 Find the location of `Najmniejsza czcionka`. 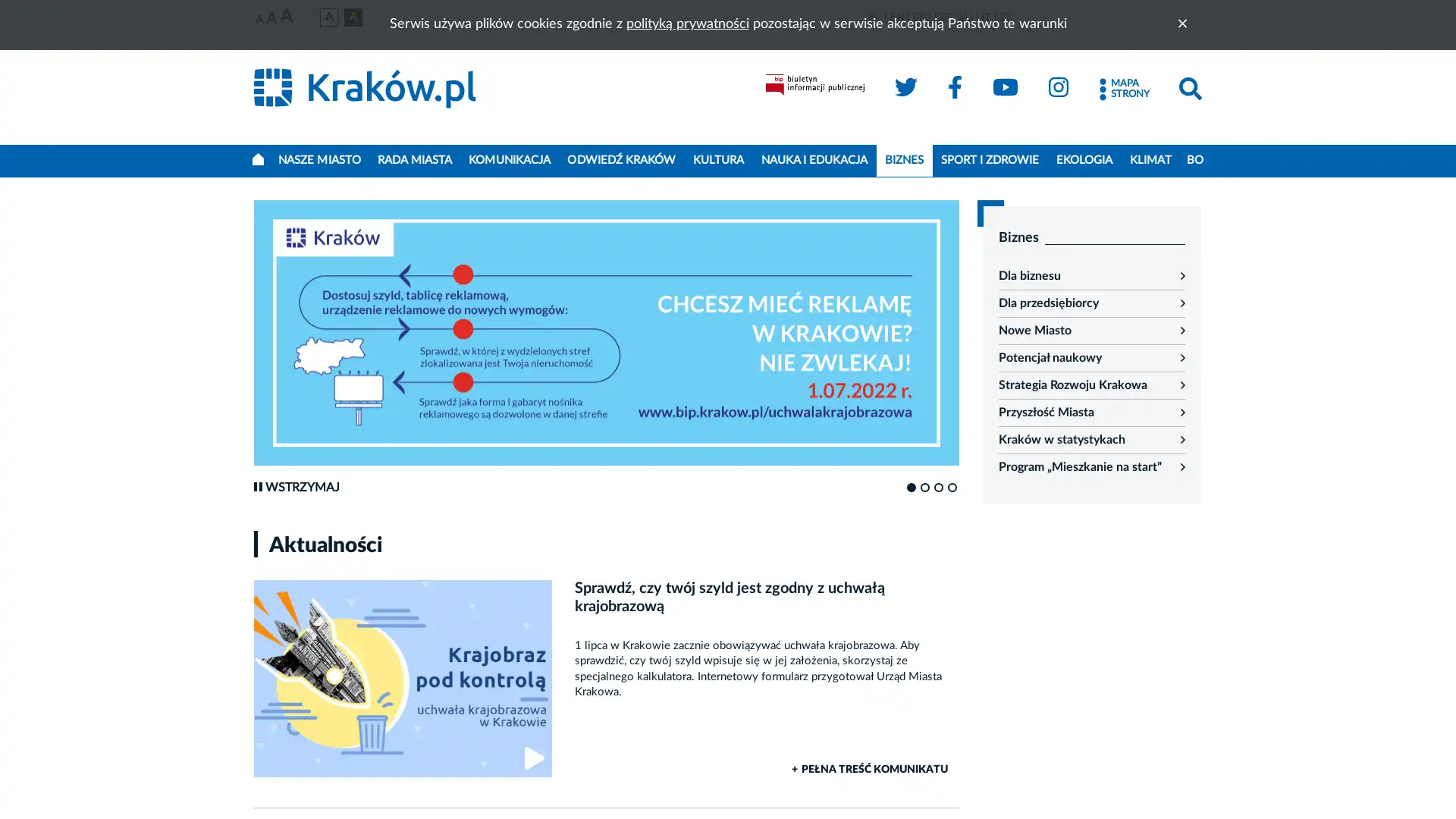

Najmniejsza czcionka is located at coordinates (259, 20).